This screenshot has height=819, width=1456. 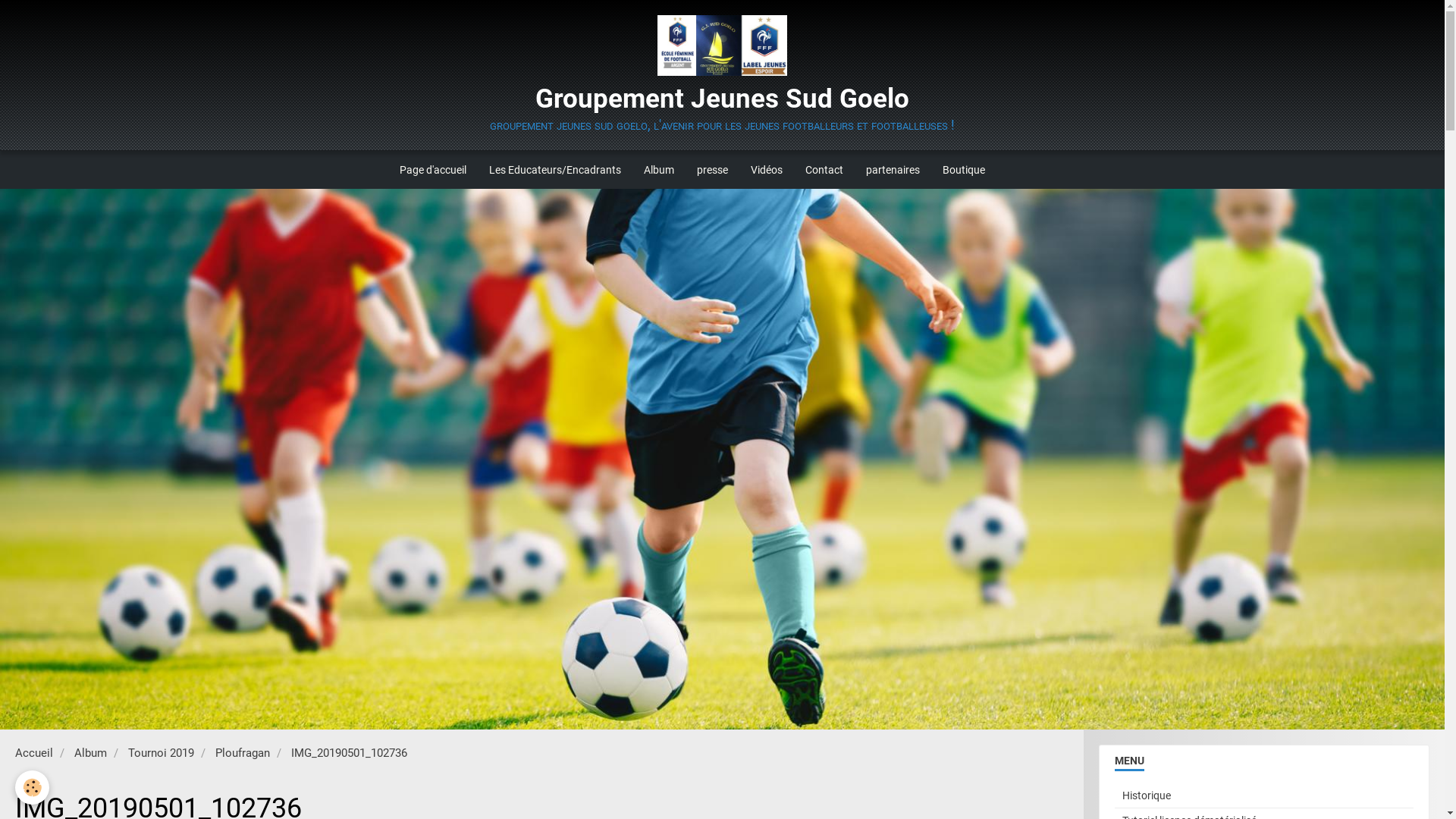 I want to click on 'Historique', so click(x=1263, y=795).